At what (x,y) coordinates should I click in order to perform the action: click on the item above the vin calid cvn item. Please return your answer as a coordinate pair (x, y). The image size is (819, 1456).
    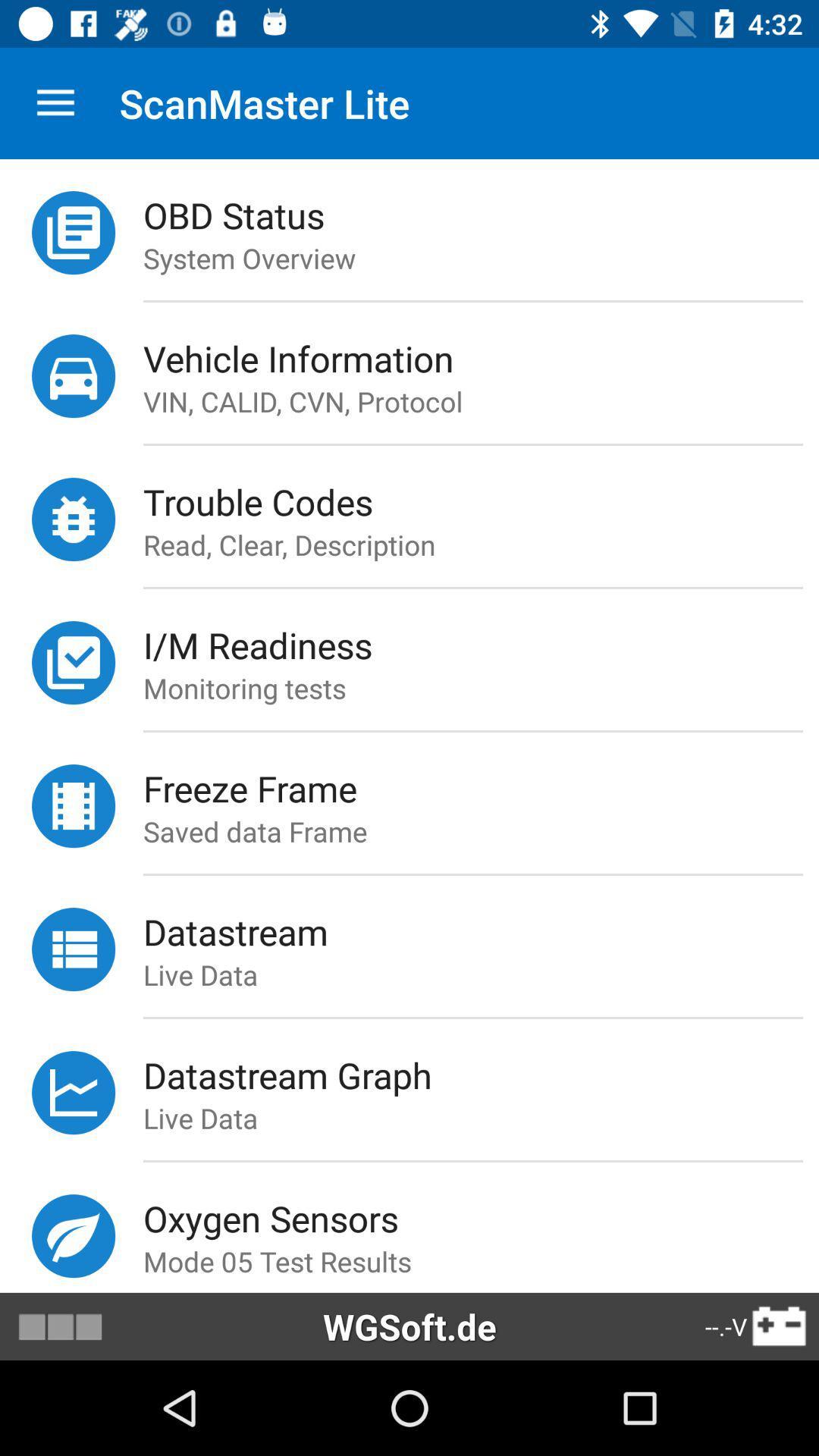
    Looking at the image, I should click on (481, 357).